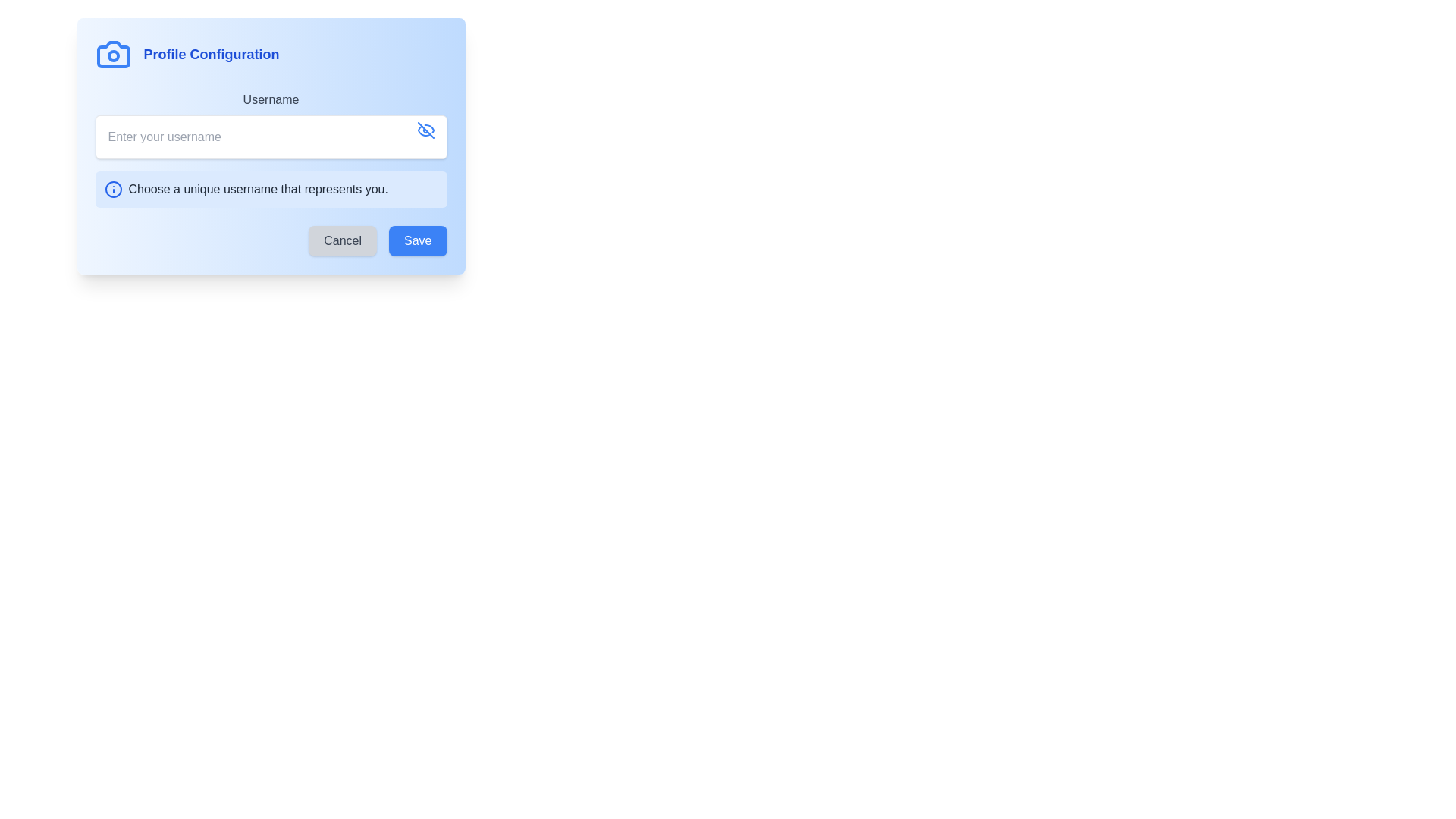 This screenshot has width=1456, height=819. What do you see at coordinates (271, 99) in the screenshot?
I see `the 'Username' label with gray font on a light blue background, located within the 'Profile Configuration' dialog box, positioned above an input field` at bounding box center [271, 99].